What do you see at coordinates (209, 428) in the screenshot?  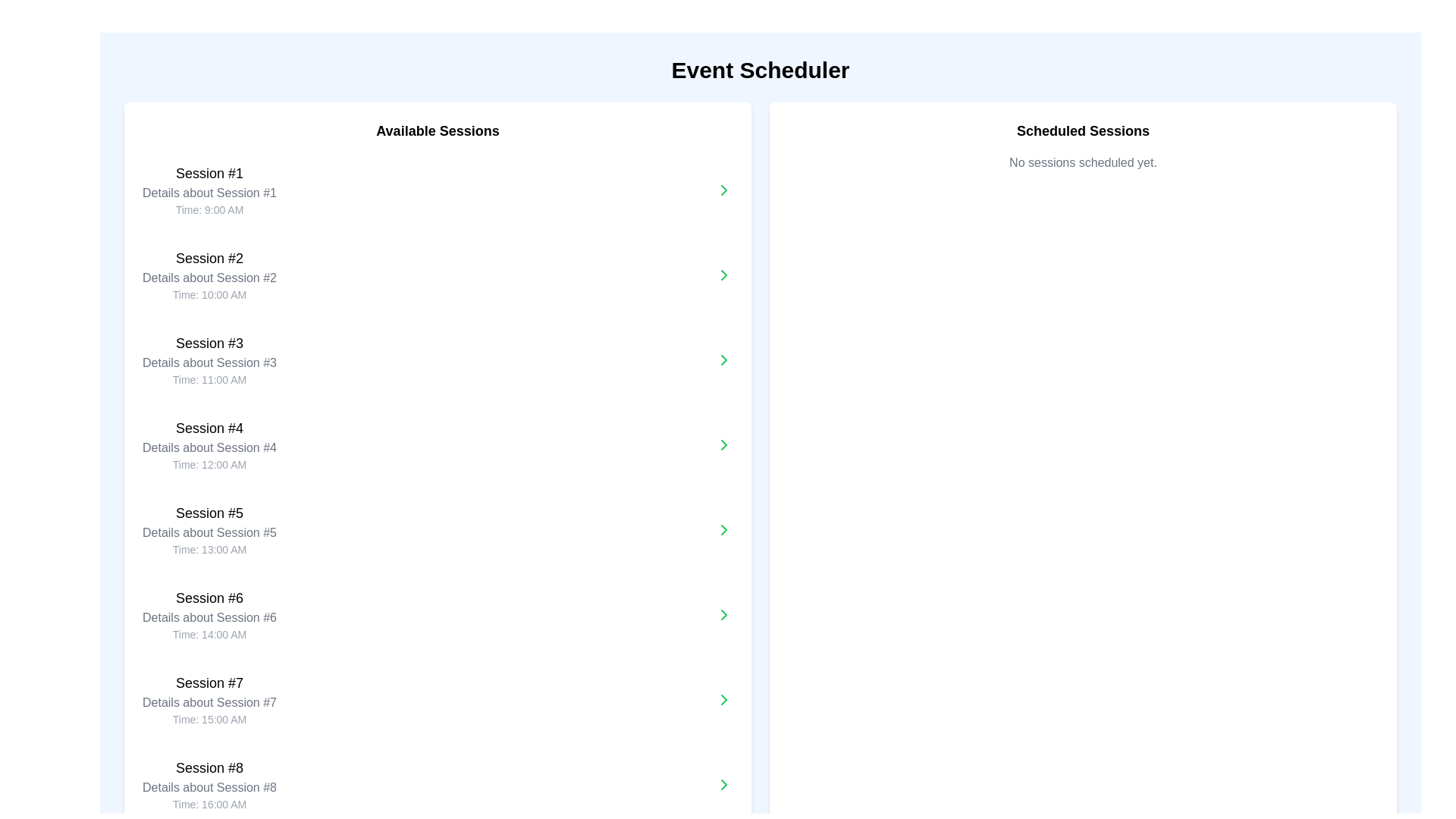 I see `the text label displaying 'Session #4' which is located in the fourth position of the 'Available Sessions' list` at bounding box center [209, 428].